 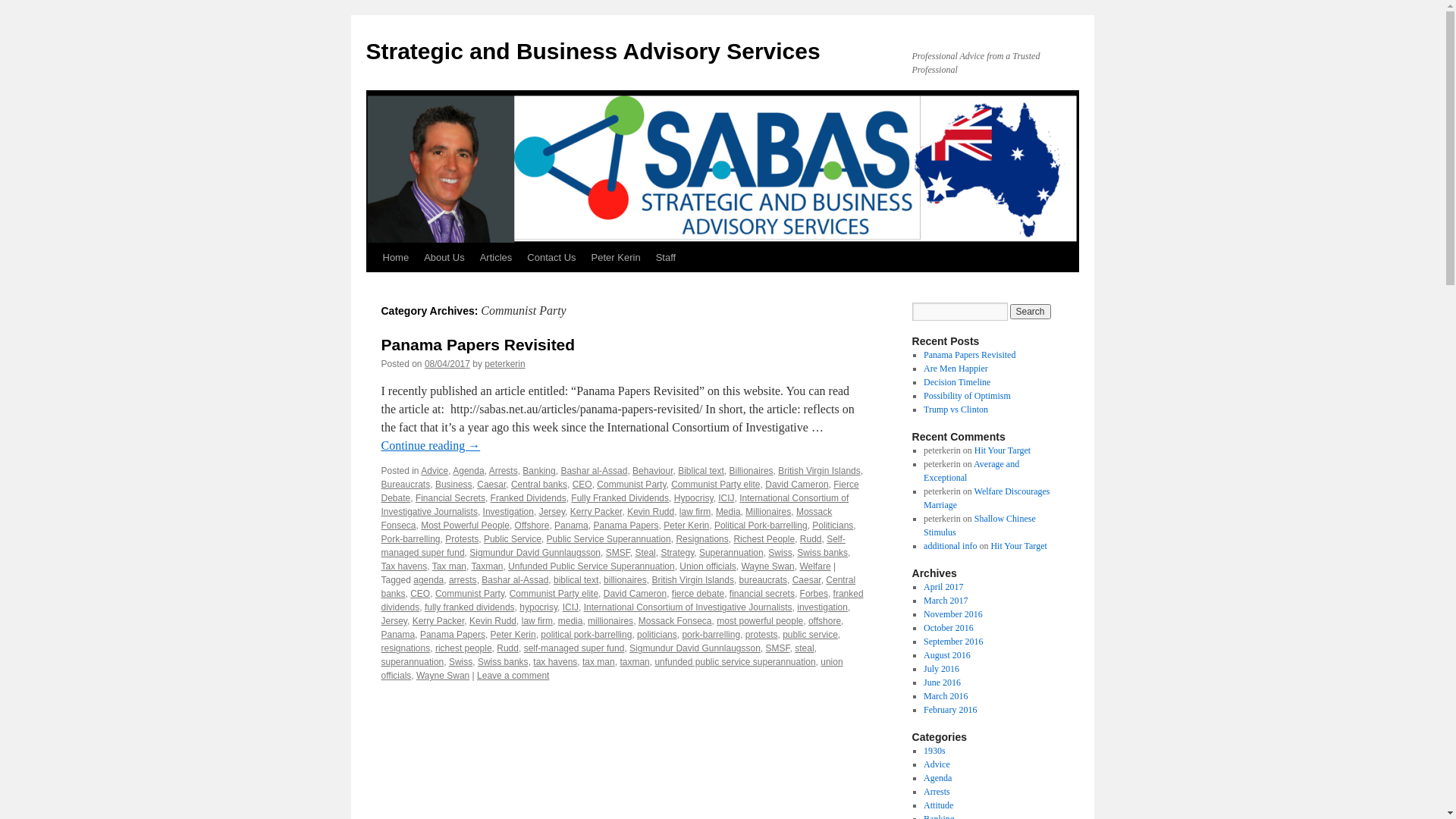 I want to click on 'Investigation', so click(x=482, y=512).